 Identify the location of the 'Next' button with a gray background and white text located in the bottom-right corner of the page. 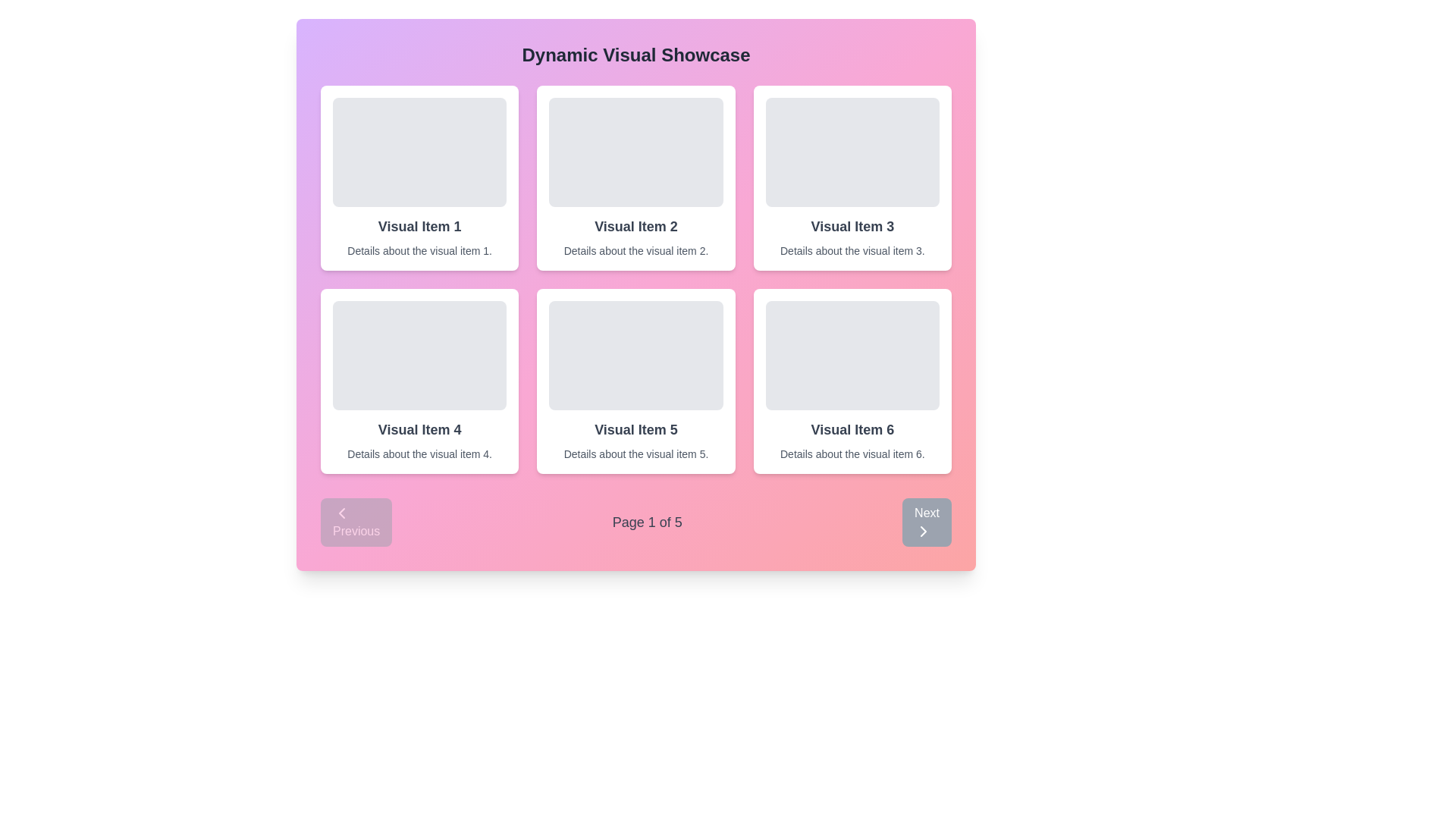
(926, 522).